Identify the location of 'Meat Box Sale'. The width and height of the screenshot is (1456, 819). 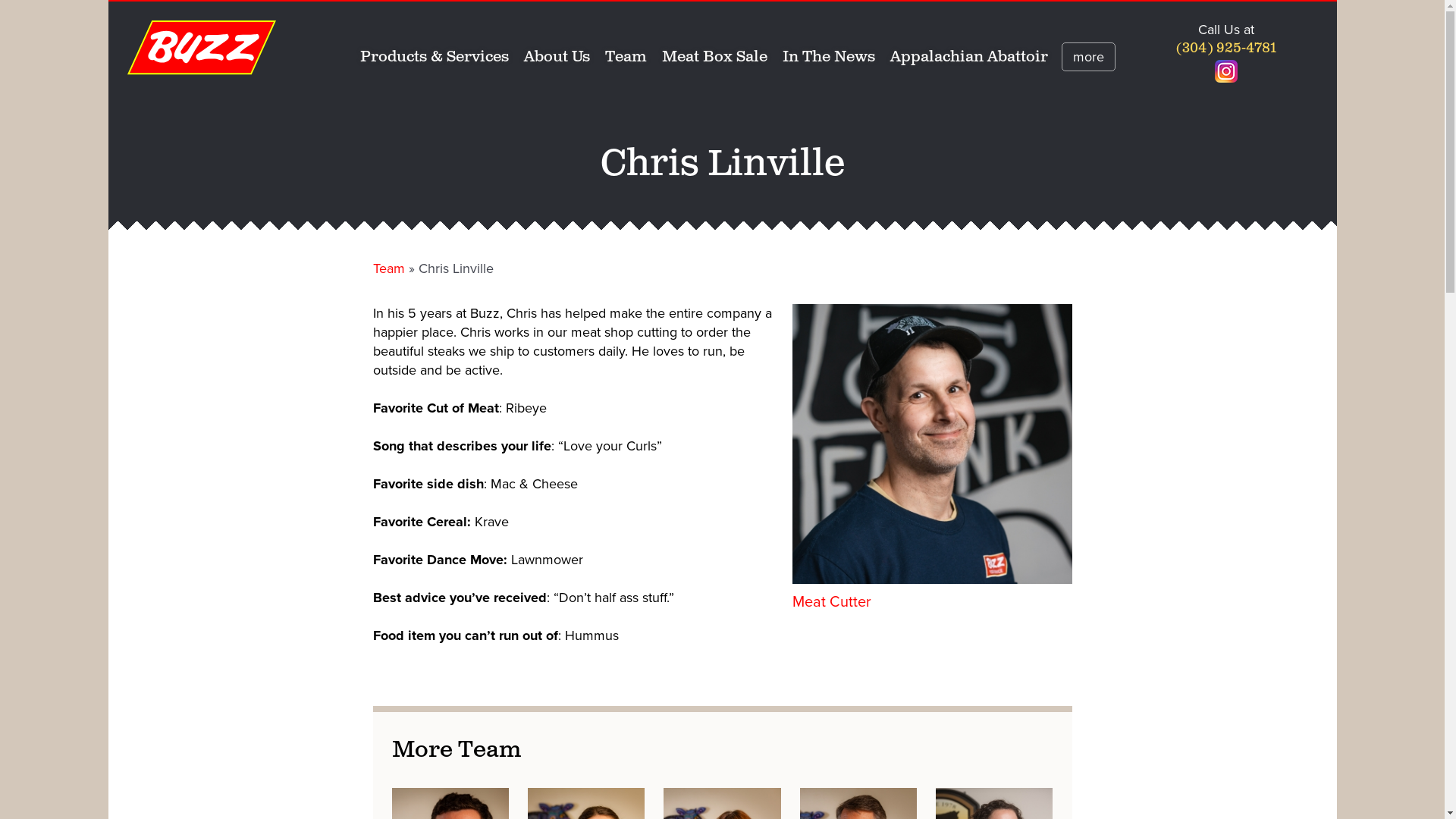
(714, 57).